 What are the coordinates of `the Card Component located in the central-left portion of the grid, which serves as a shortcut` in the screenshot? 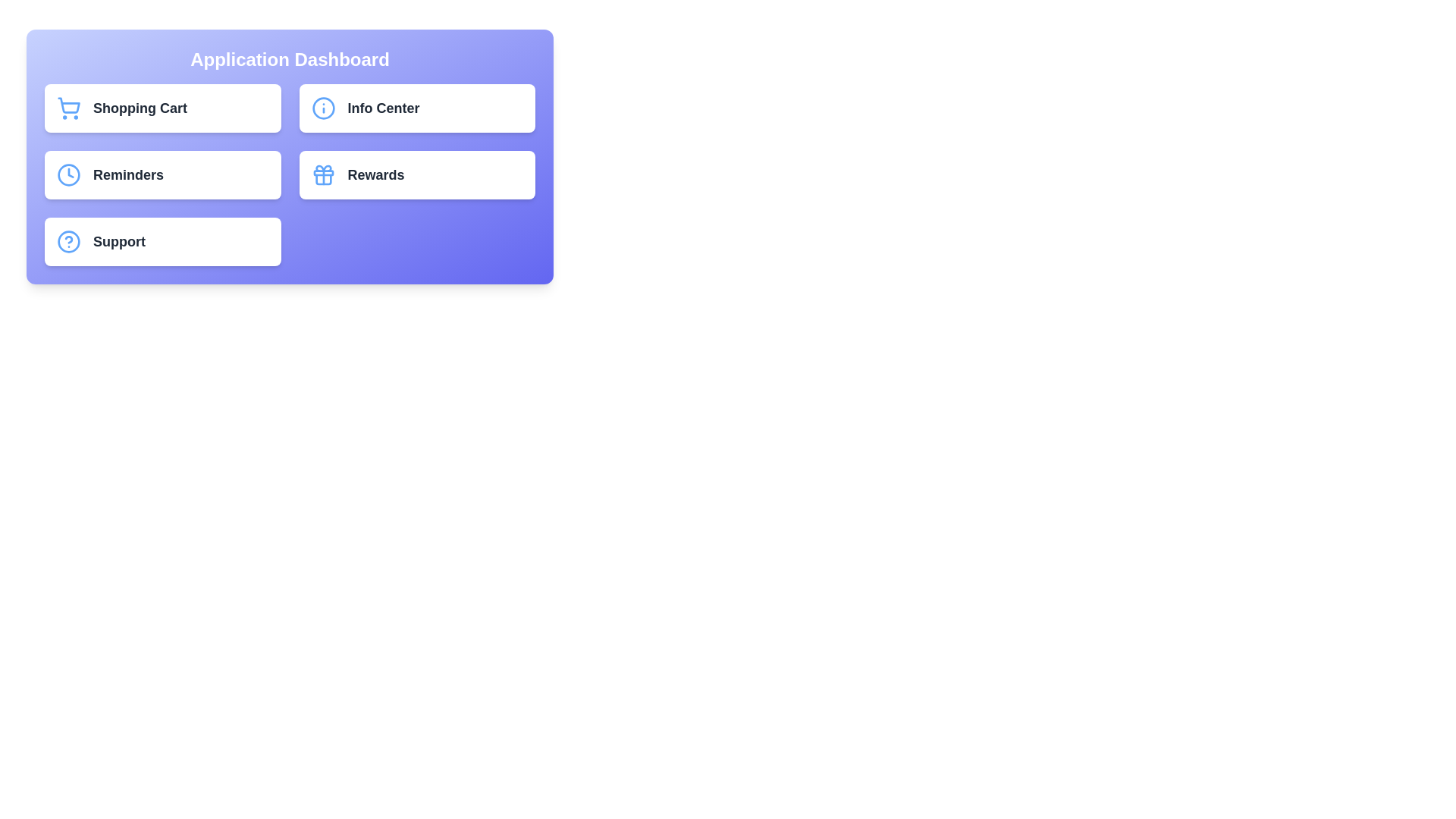 It's located at (162, 174).